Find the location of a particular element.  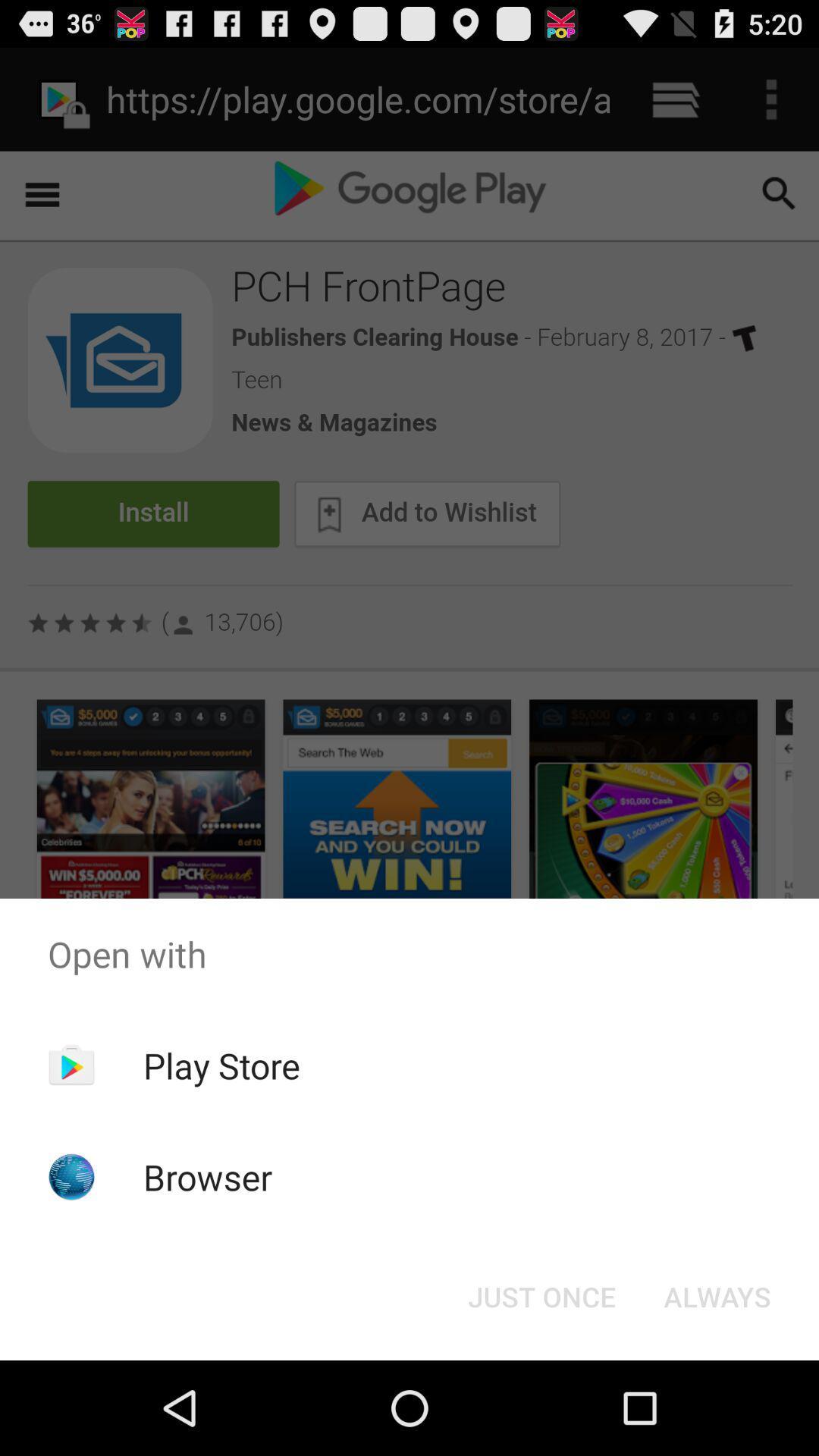

the item above browser icon is located at coordinates (221, 1065).